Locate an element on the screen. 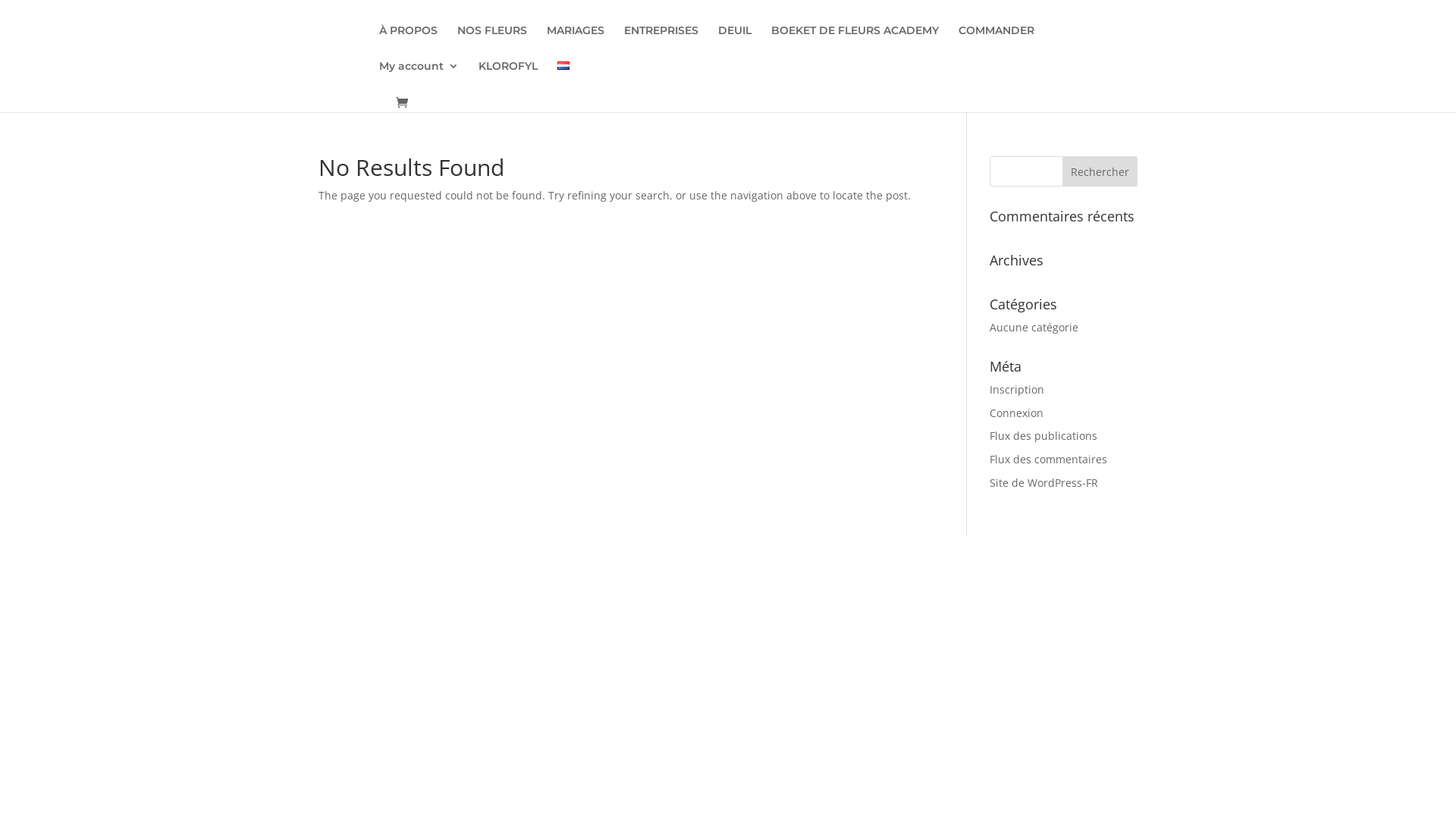 This screenshot has height=819, width=1456. 'COMMANDER' is located at coordinates (957, 42).